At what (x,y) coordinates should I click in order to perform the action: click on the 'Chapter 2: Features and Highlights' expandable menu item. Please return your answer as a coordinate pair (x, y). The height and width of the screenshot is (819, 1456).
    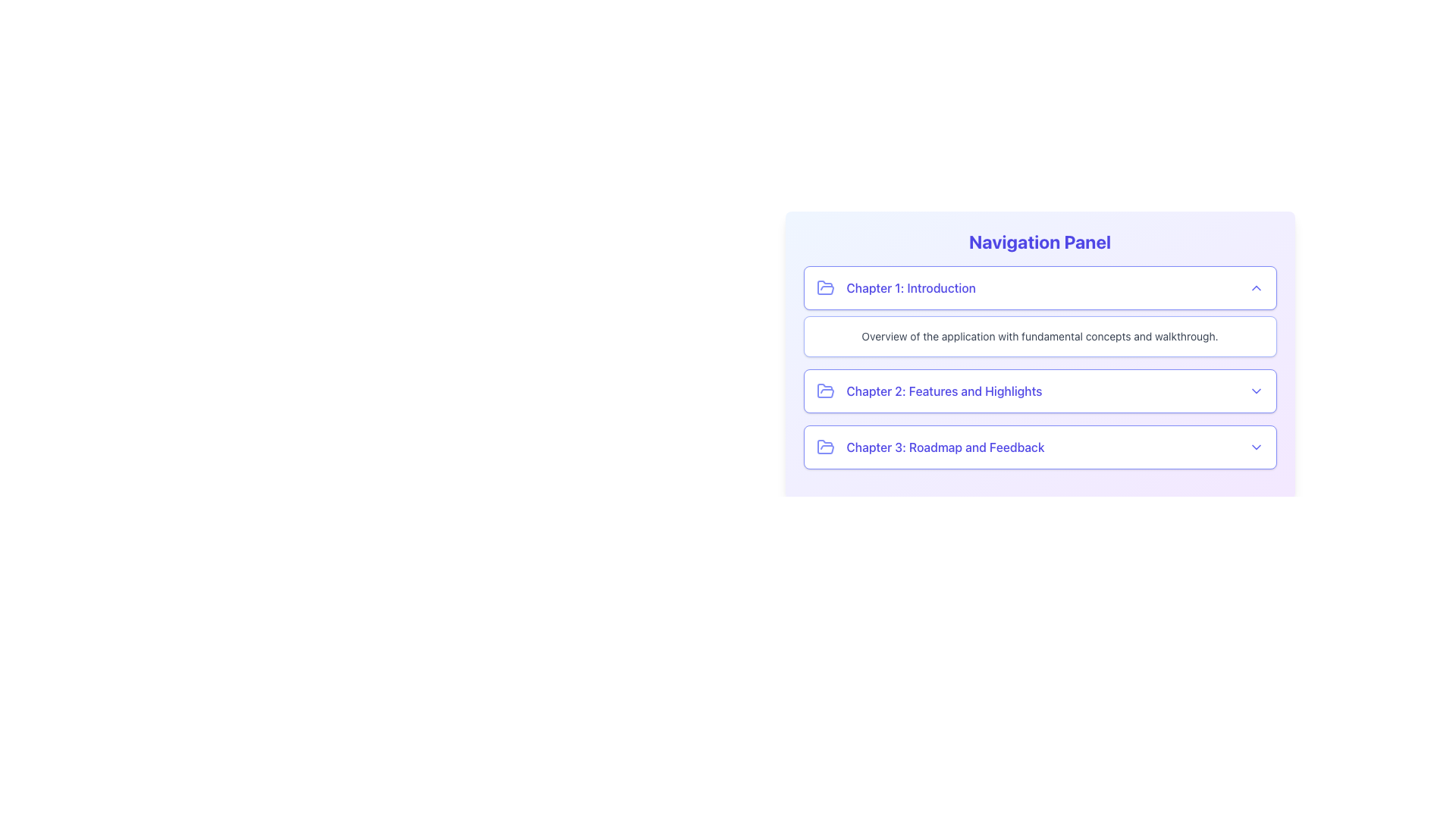
    Looking at the image, I should click on (1039, 391).